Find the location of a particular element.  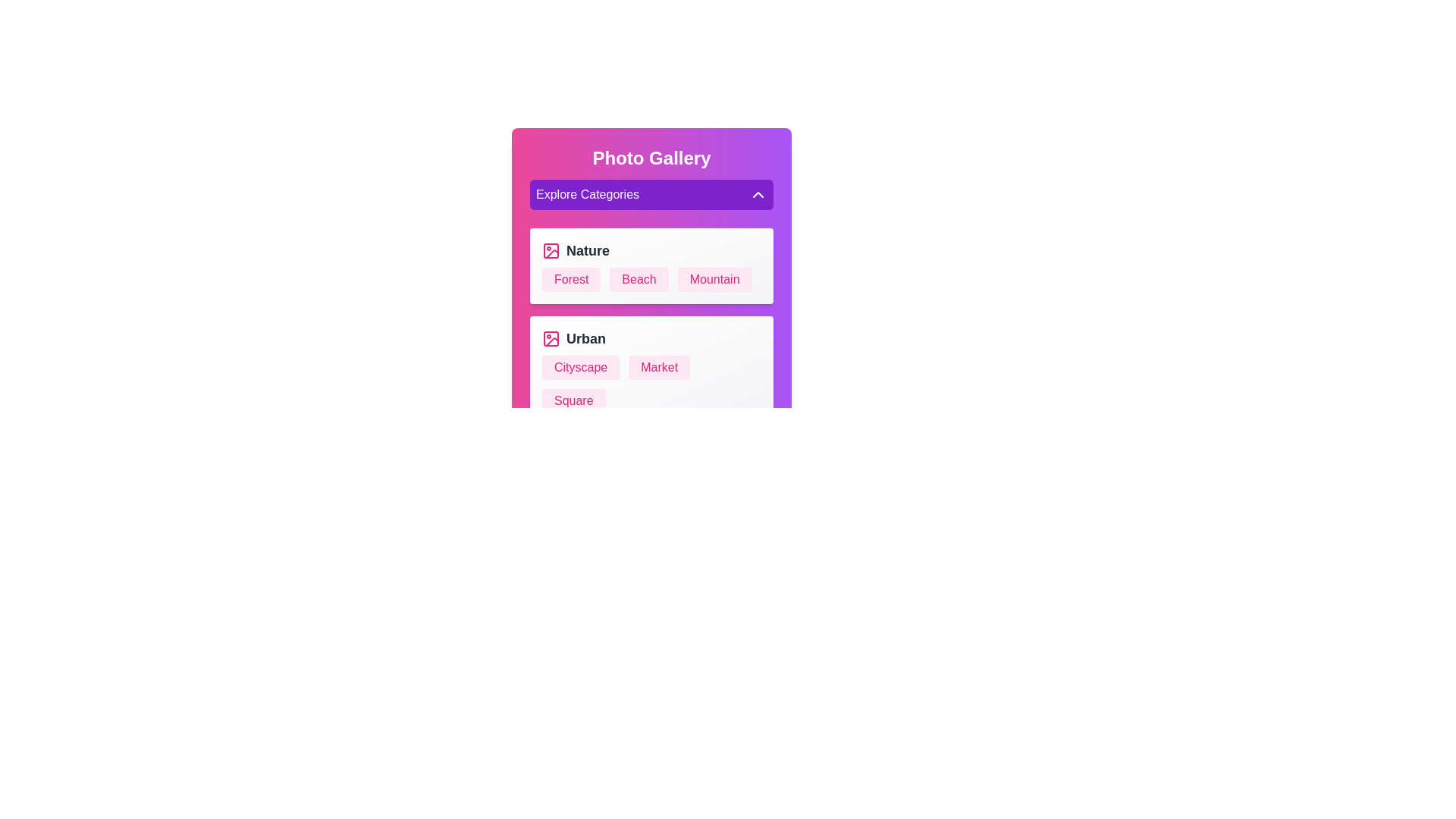

the text element labeled 'Mountain' to select it is located at coordinates (714, 280).